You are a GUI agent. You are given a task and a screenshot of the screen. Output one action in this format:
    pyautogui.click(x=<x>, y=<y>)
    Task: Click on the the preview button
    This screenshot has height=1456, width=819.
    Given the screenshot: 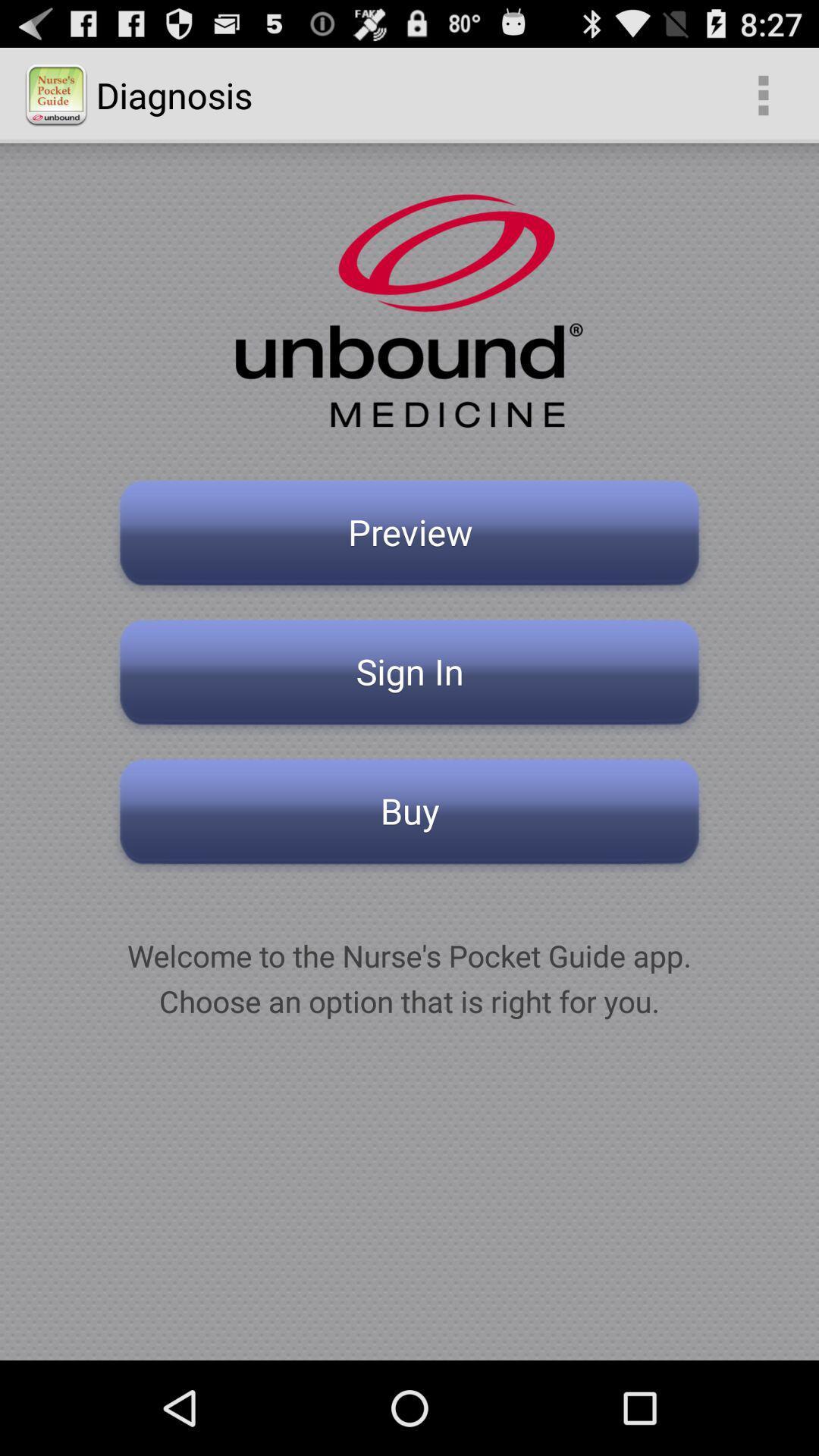 What is the action you would take?
    pyautogui.click(x=409, y=537)
    